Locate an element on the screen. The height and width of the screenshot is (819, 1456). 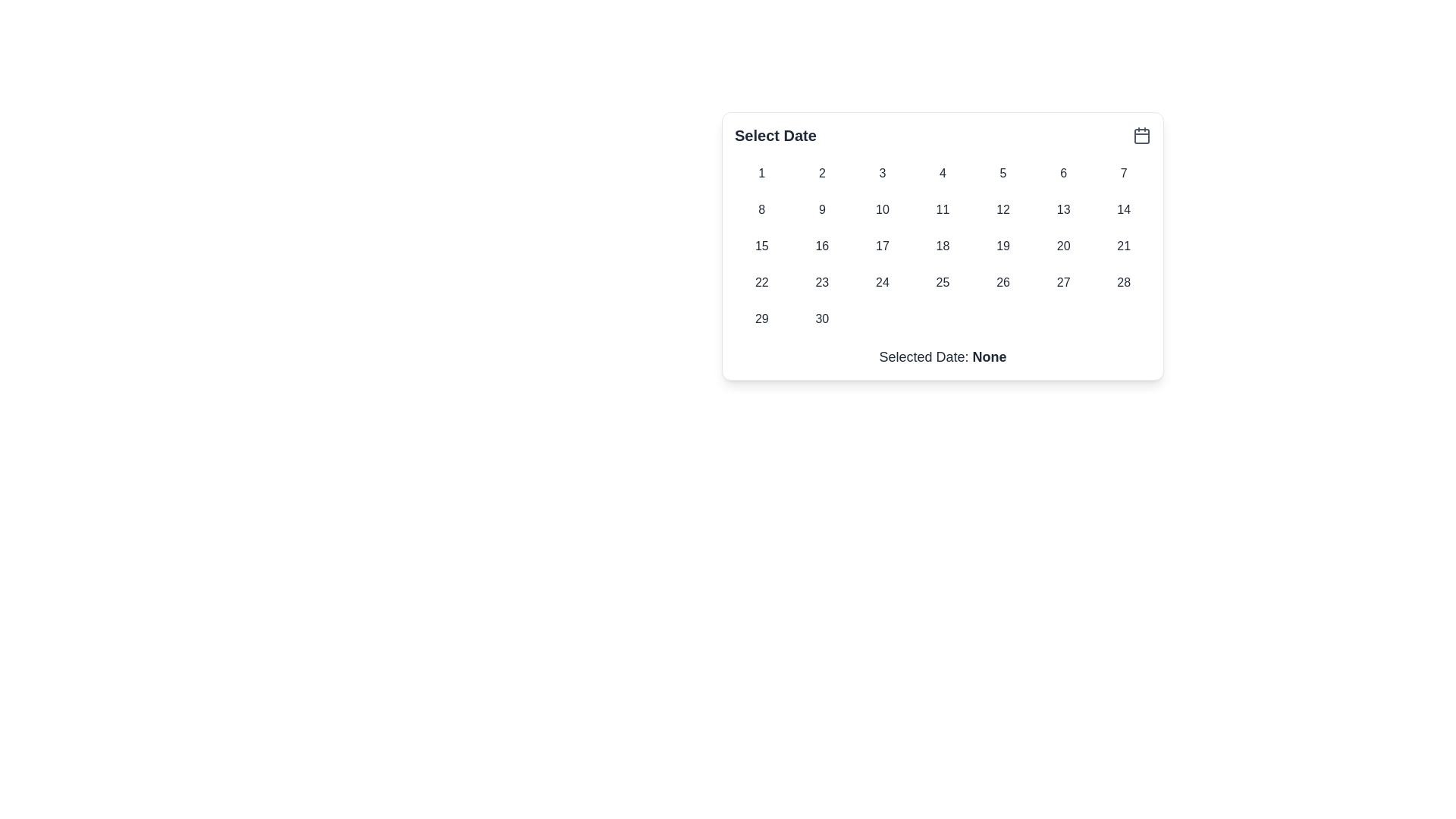
the button displaying the number '17' in the grid calendar layout is located at coordinates (882, 245).